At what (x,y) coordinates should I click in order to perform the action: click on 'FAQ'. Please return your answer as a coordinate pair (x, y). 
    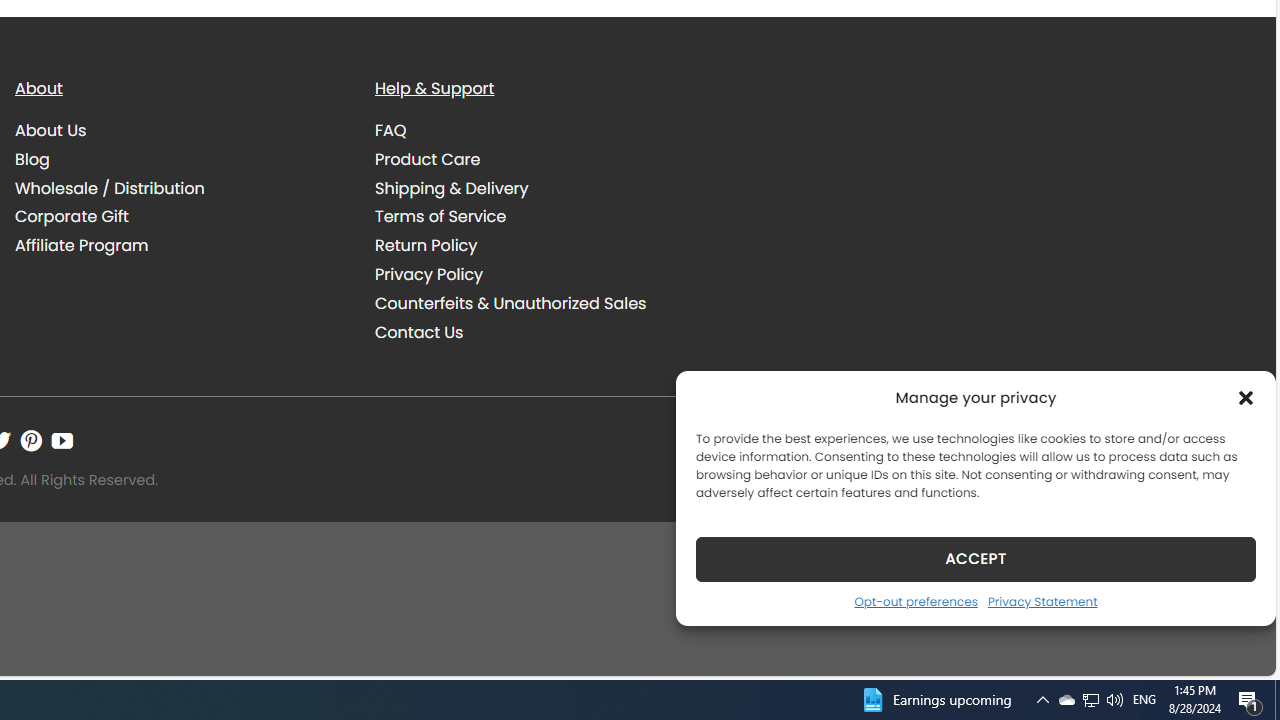
    Looking at the image, I should click on (540, 131).